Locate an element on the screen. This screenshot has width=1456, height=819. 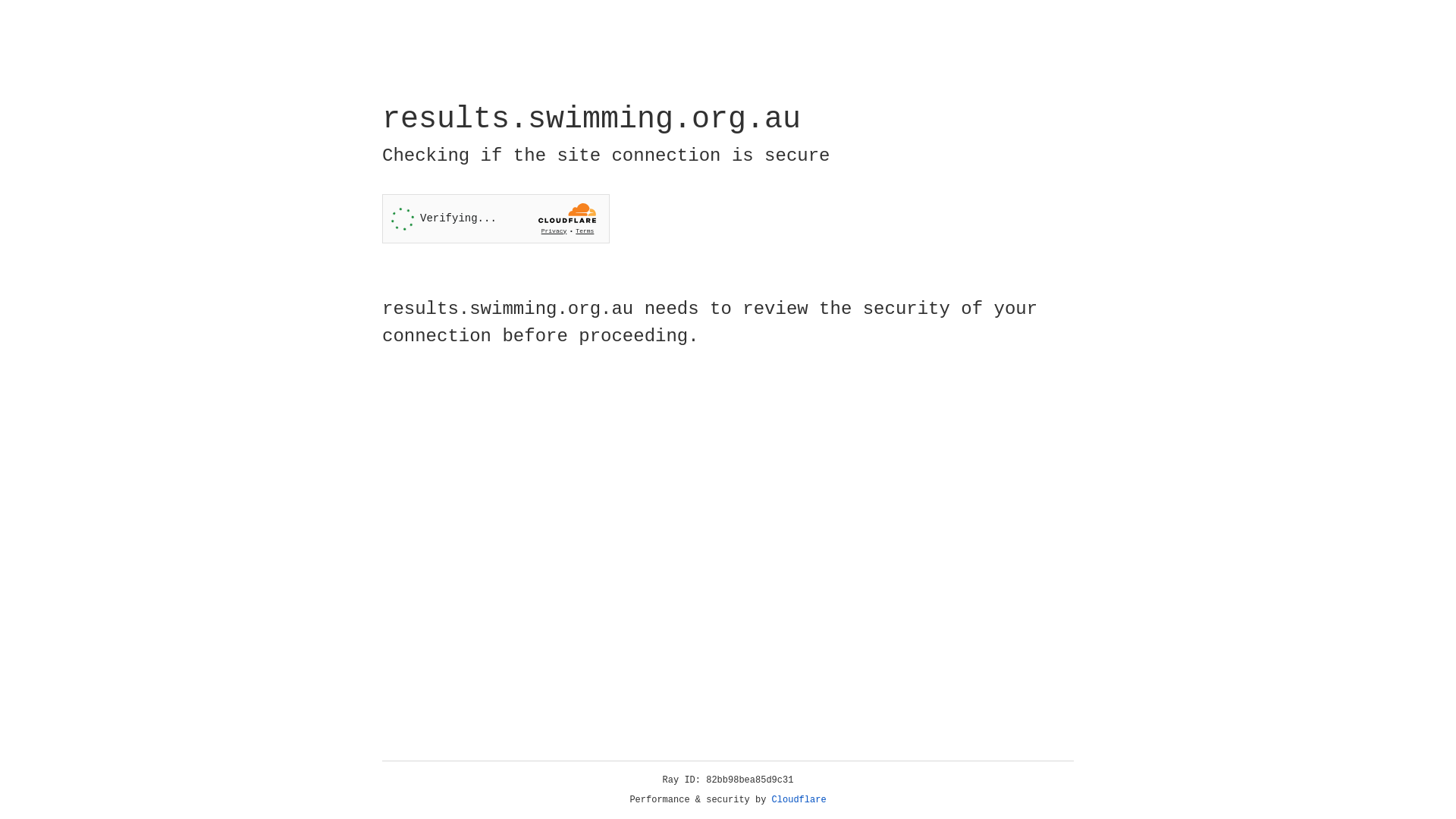
'Widget containing a Cloudflare security challenge' is located at coordinates (495, 218).